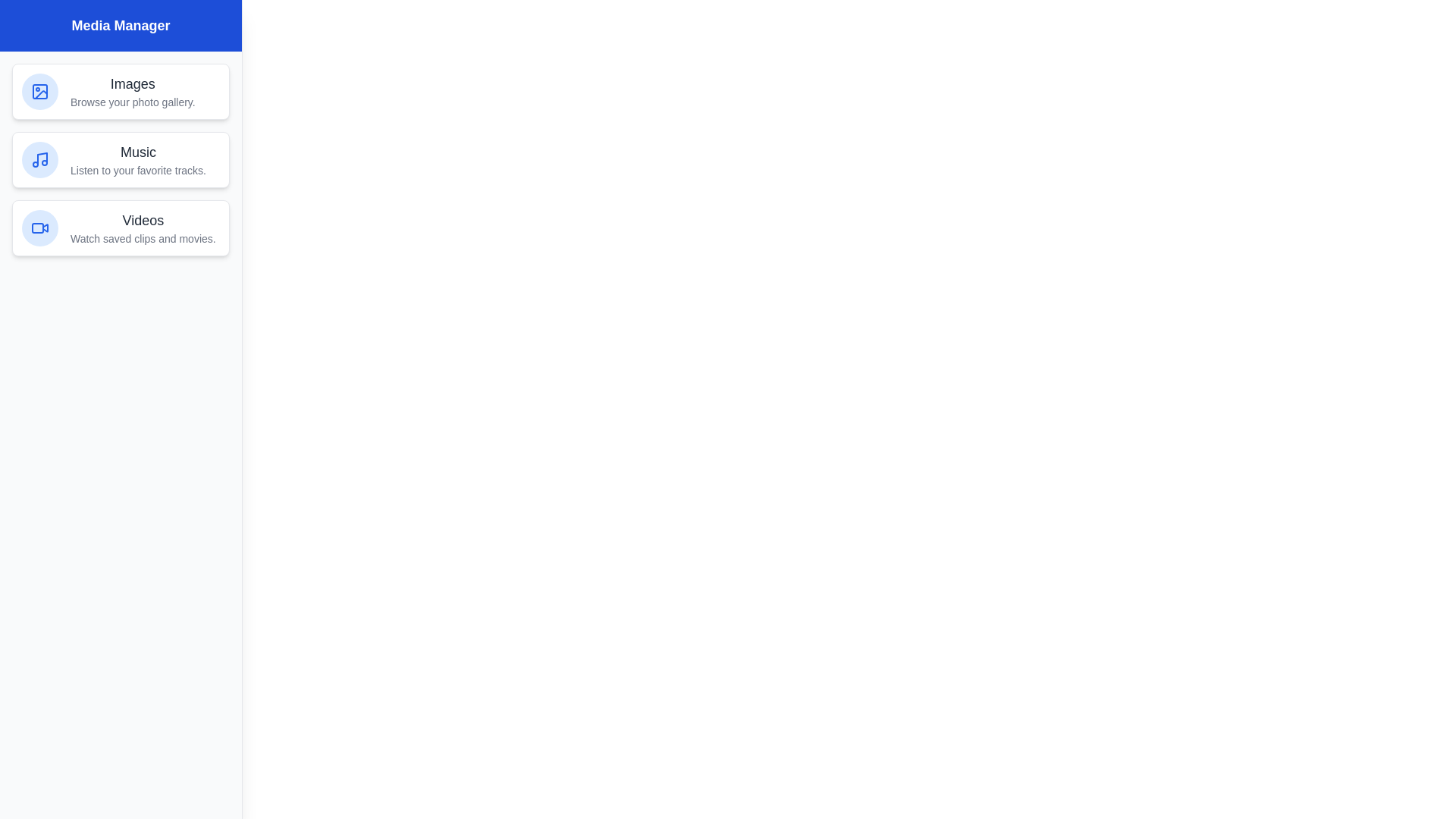 The width and height of the screenshot is (1456, 819). Describe the element at coordinates (39, 160) in the screenshot. I see `the icon of the Music media section` at that location.